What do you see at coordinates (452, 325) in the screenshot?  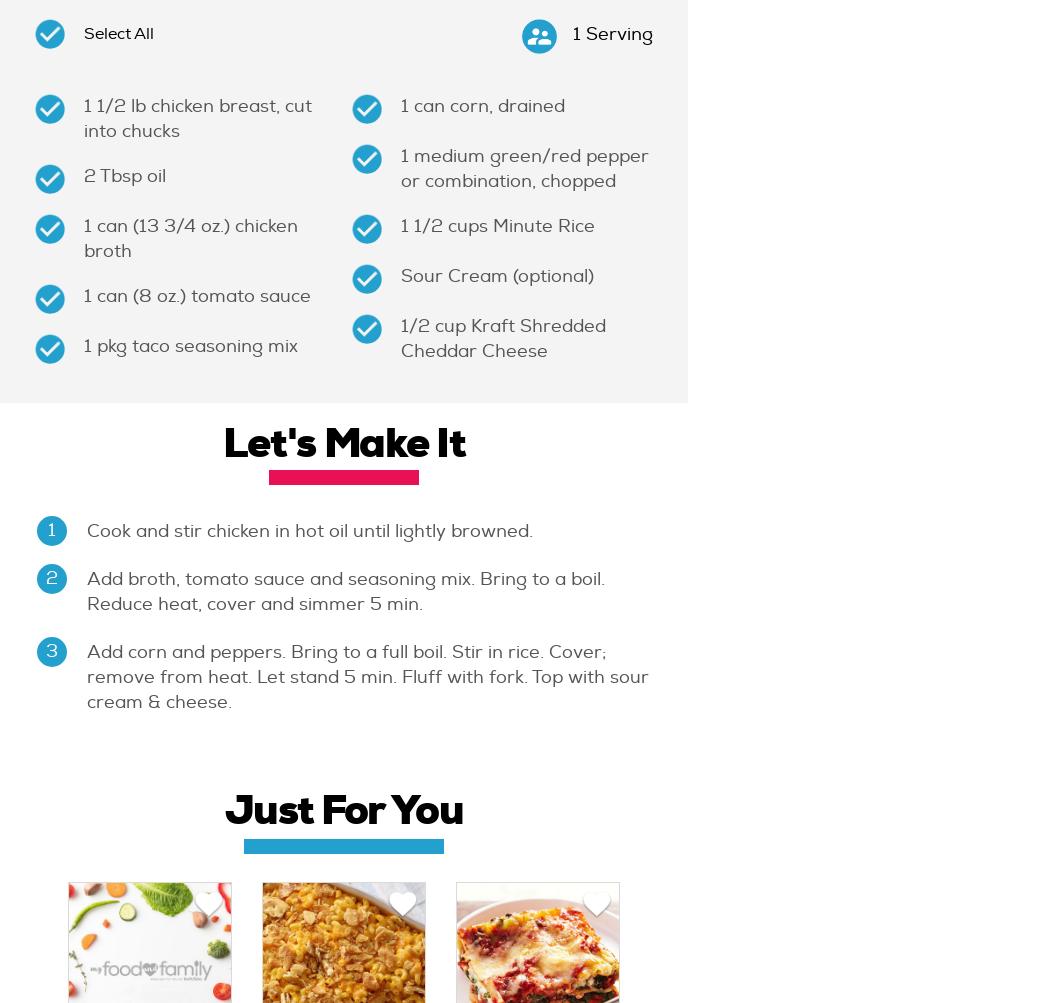 I see `'cup'` at bounding box center [452, 325].